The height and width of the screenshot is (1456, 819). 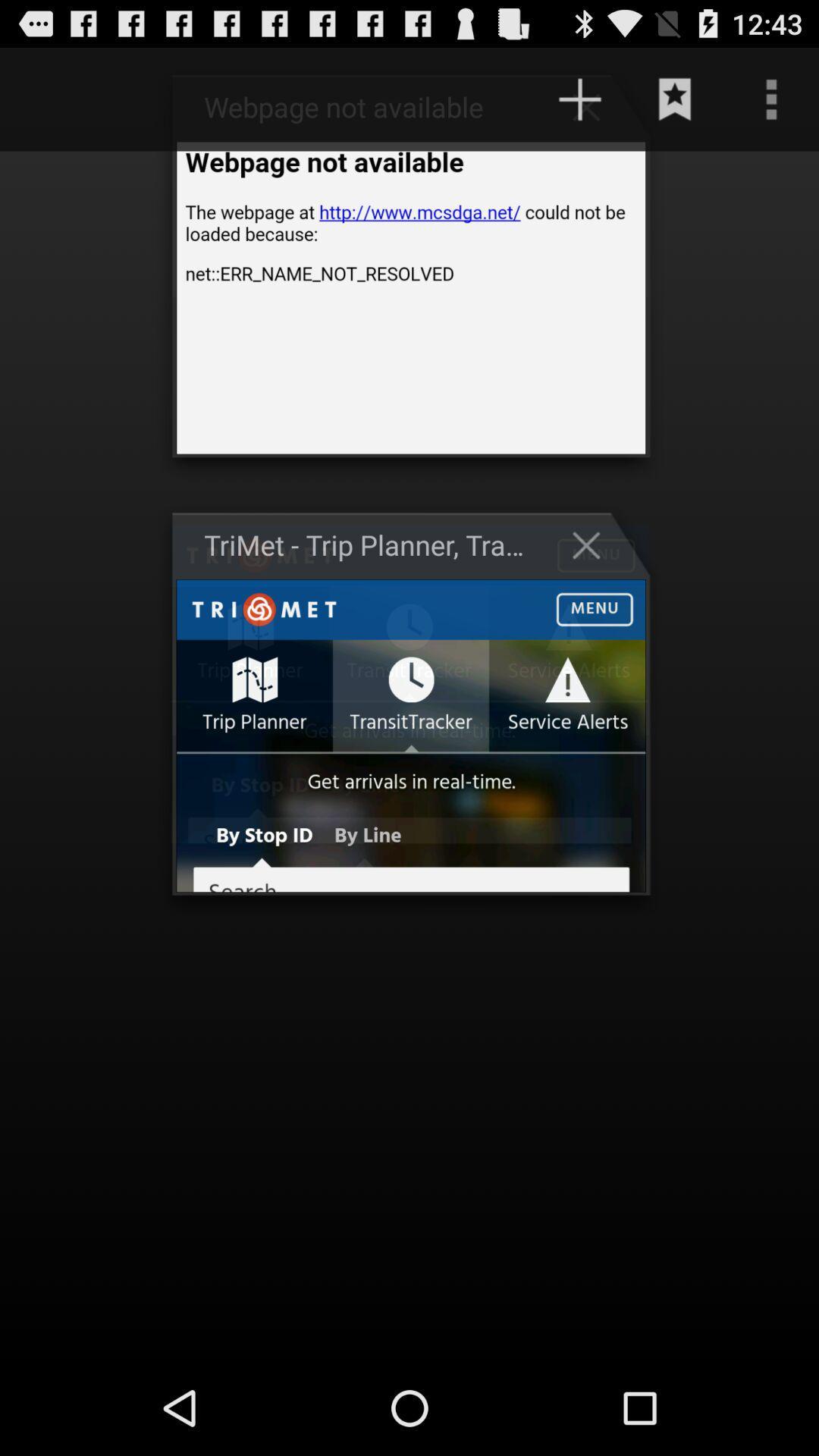 I want to click on the more icon, so click(x=771, y=105).